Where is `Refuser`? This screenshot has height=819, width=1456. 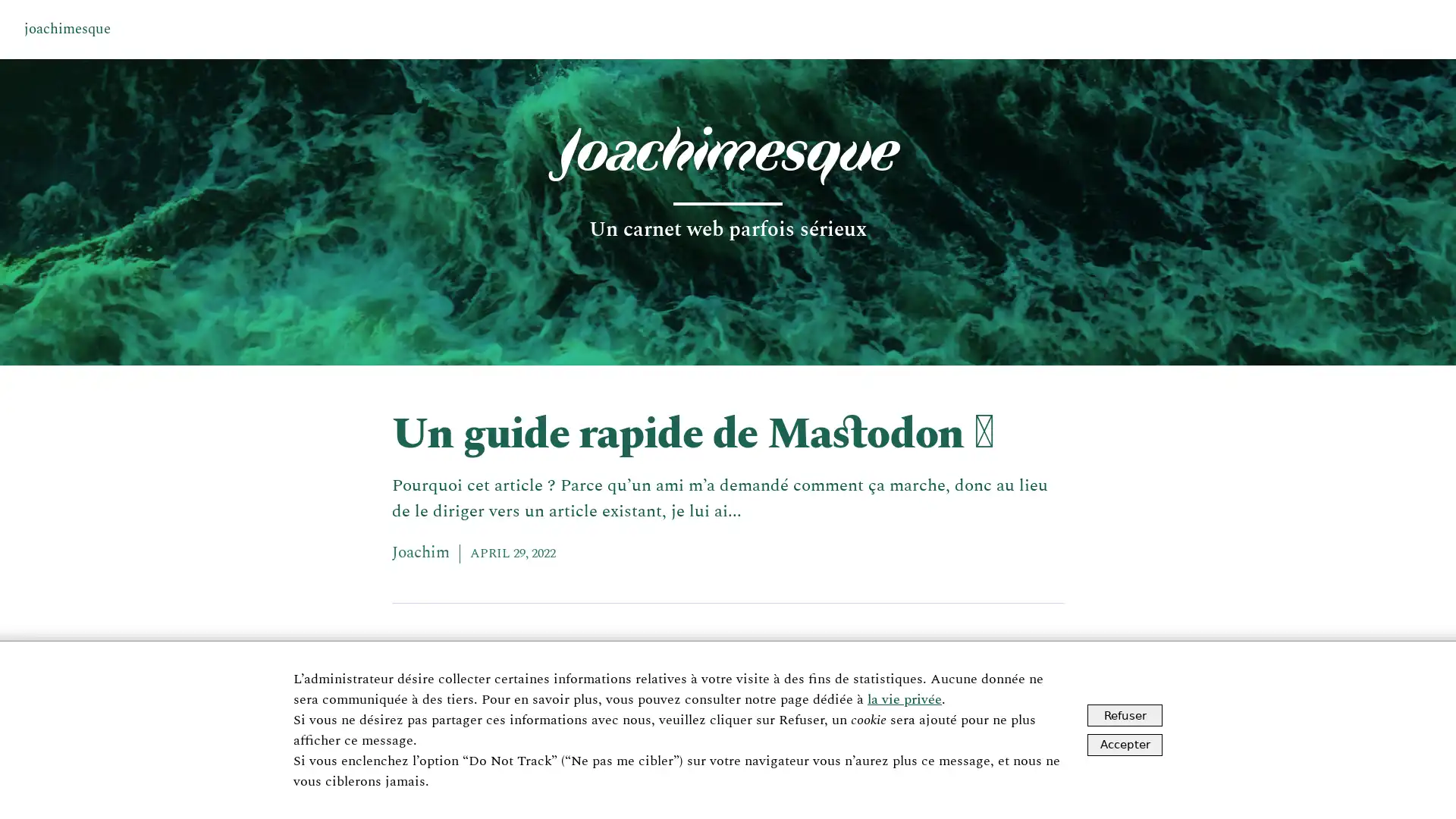
Refuser is located at coordinates (1125, 715).